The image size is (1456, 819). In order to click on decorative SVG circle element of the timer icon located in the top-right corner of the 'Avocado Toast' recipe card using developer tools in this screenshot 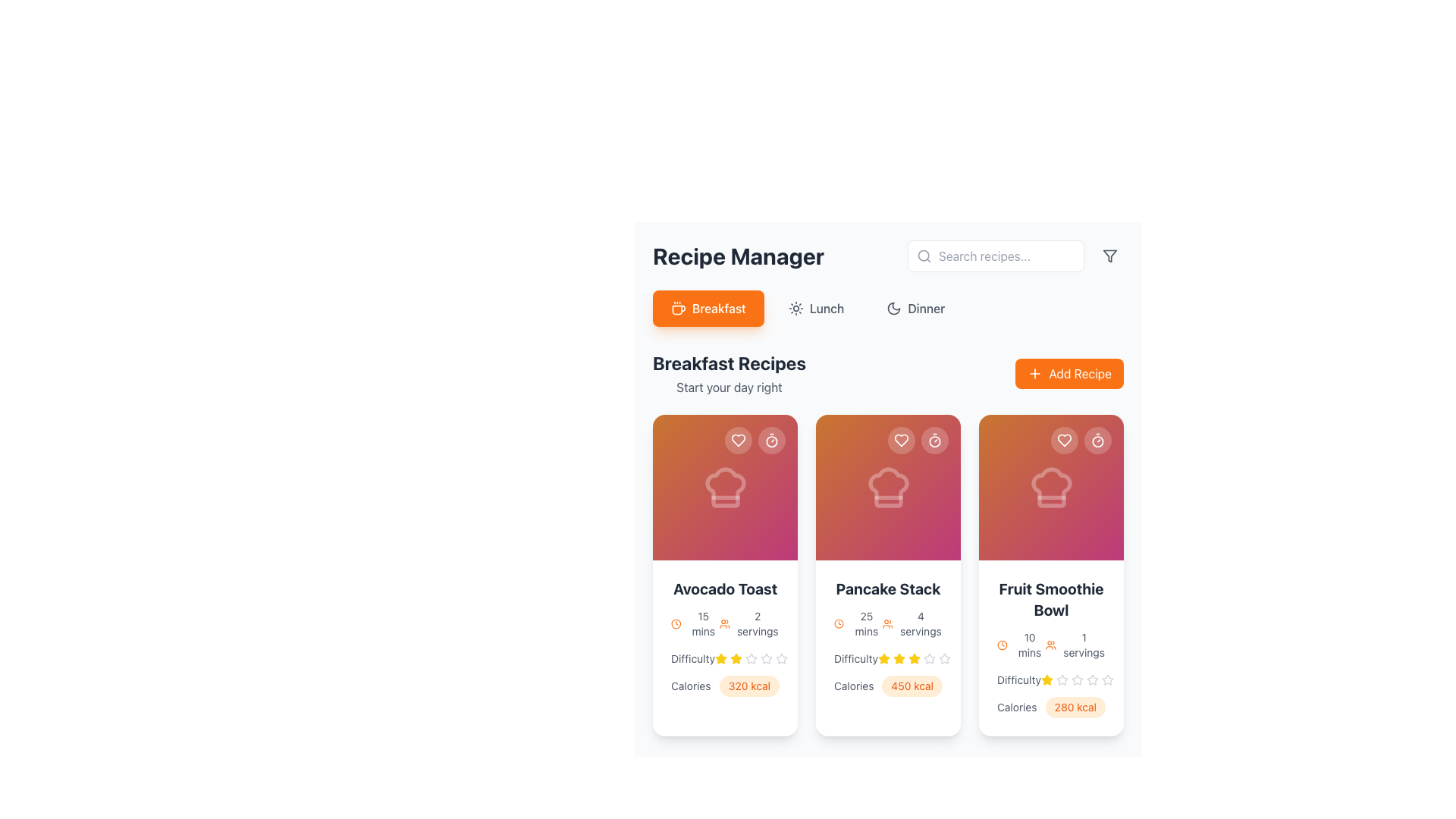, I will do `click(771, 441)`.